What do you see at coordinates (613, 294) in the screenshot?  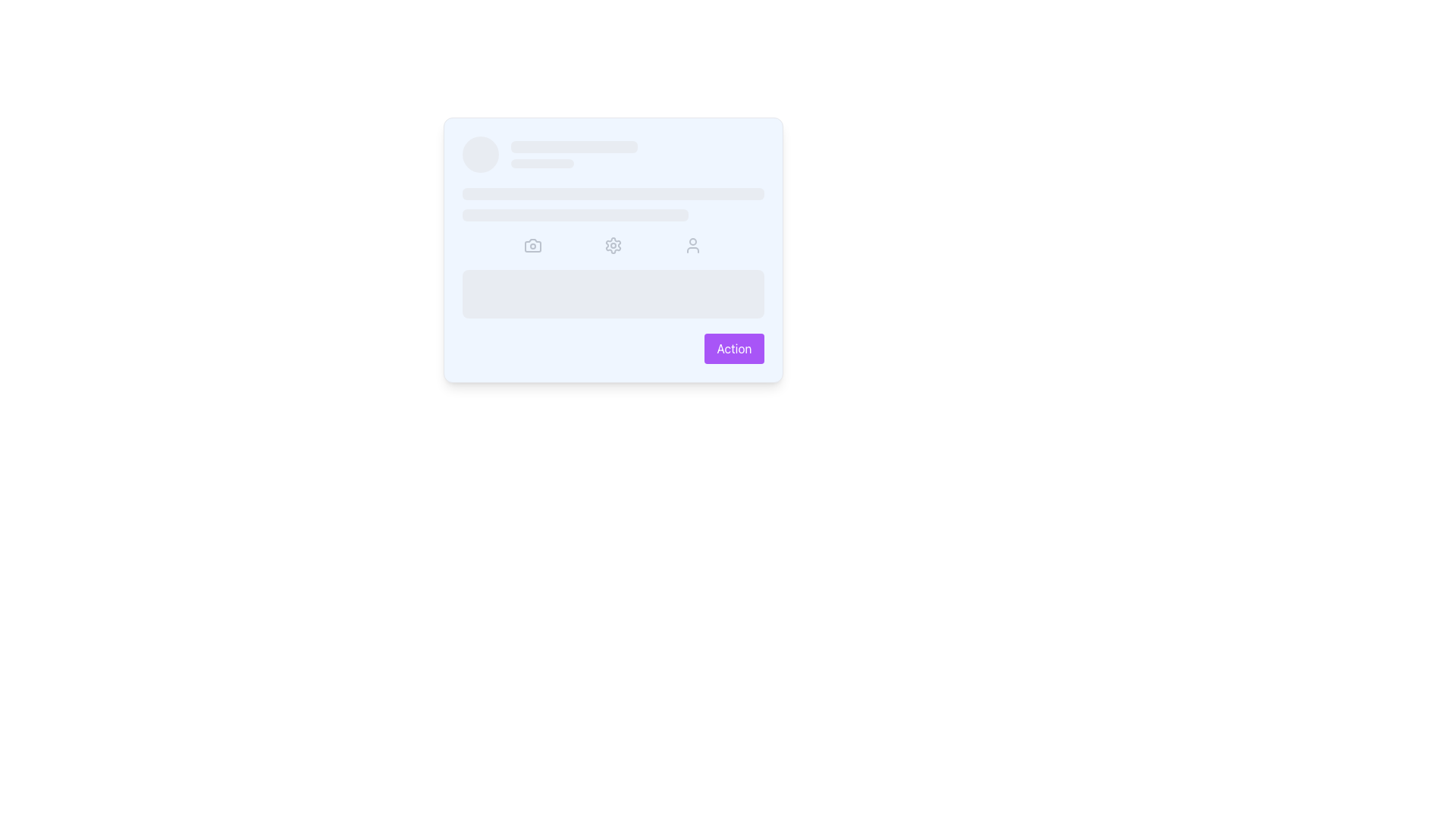 I see `the placeholder element styled as a gray block with rounded corners, which has a pulse animation and is located above the purple 'Action' button` at bounding box center [613, 294].